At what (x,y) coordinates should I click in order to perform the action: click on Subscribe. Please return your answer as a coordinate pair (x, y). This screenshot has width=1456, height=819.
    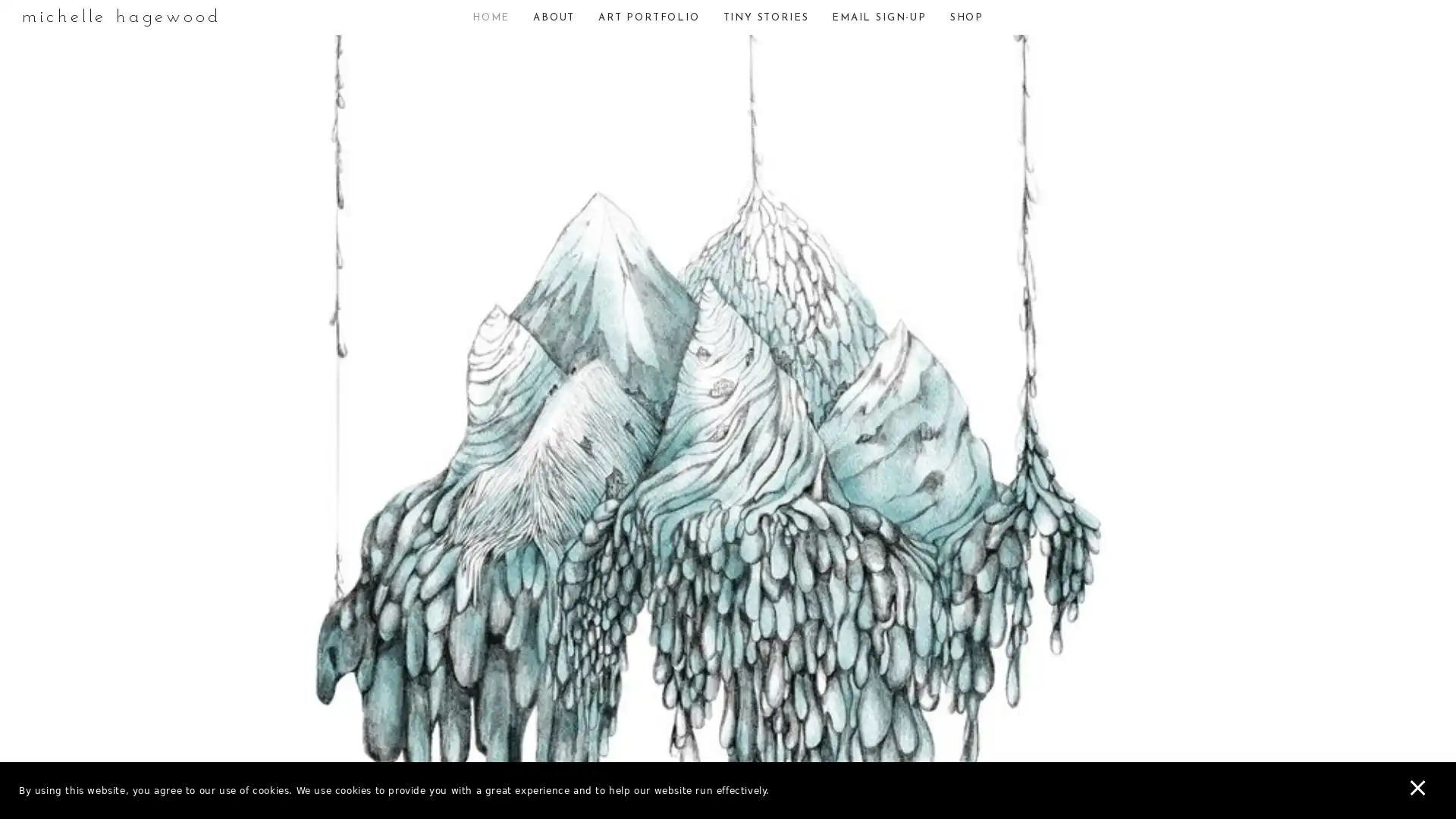
    Looking at the image, I should click on (856, 464).